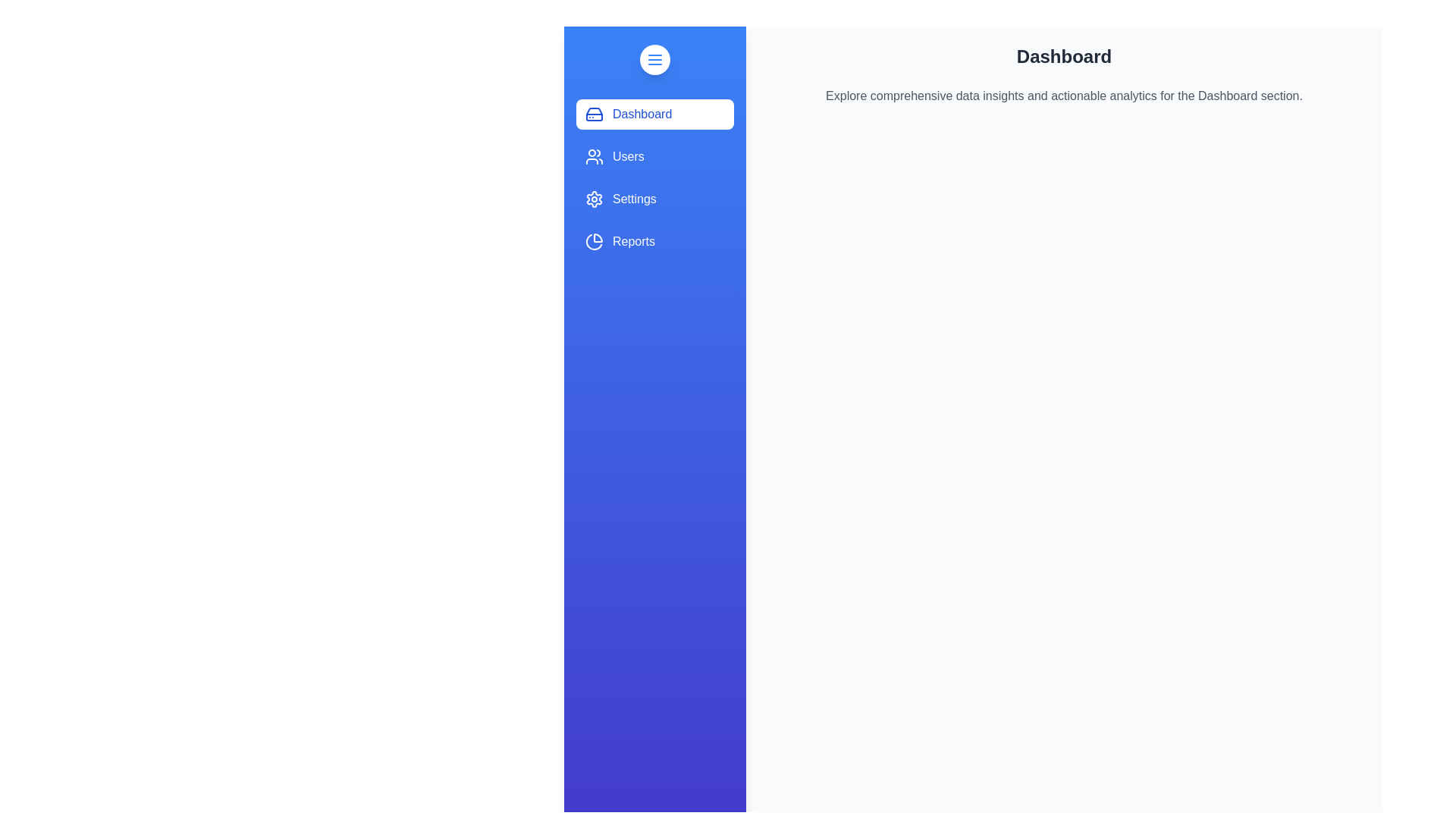 The width and height of the screenshot is (1456, 819). Describe the element at coordinates (655, 113) in the screenshot. I see `the 'Dashboard' tab to activate it` at that location.